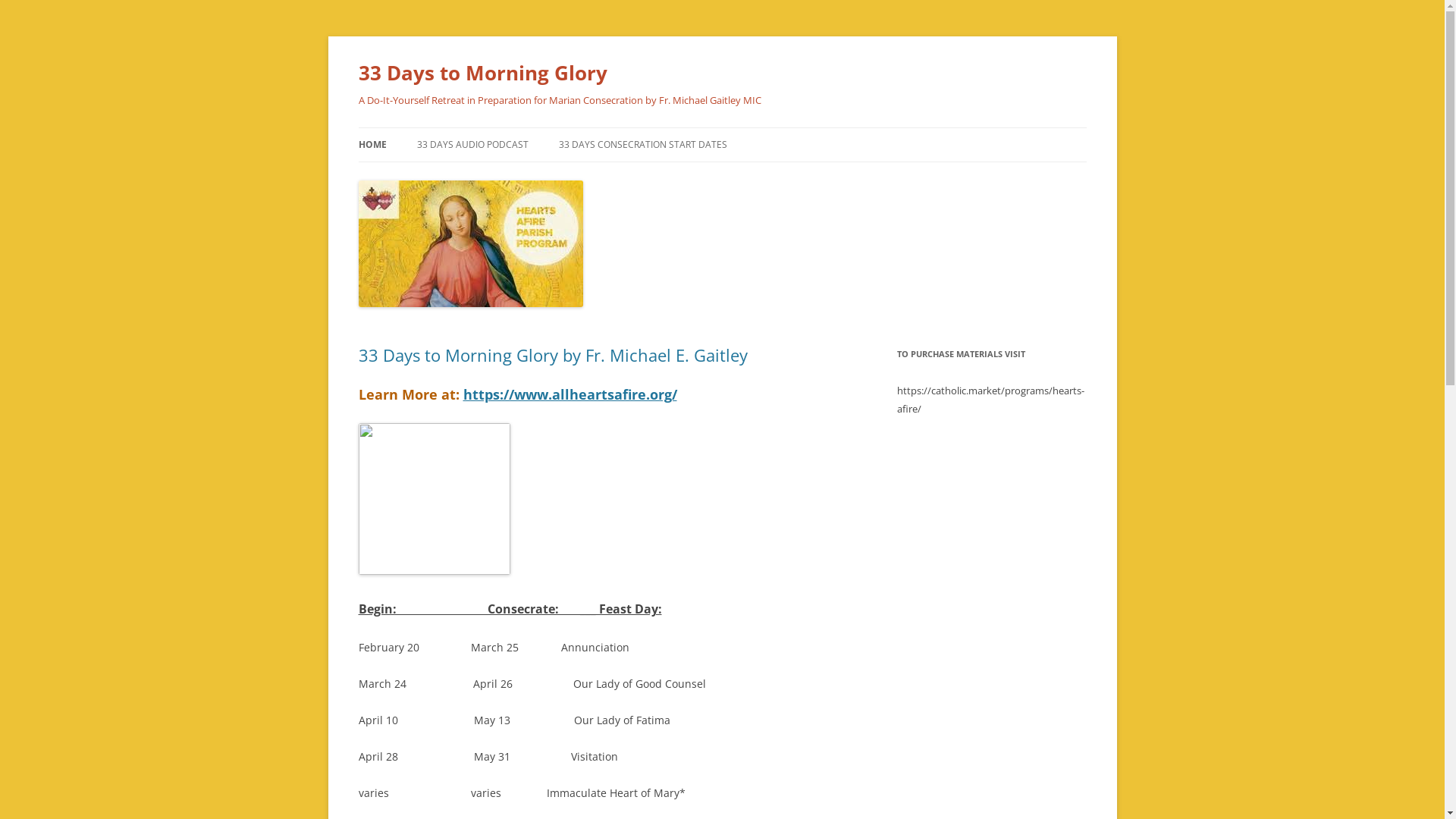  What do you see at coordinates (372, 145) in the screenshot?
I see `'HOME'` at bounding box center [372, 145].